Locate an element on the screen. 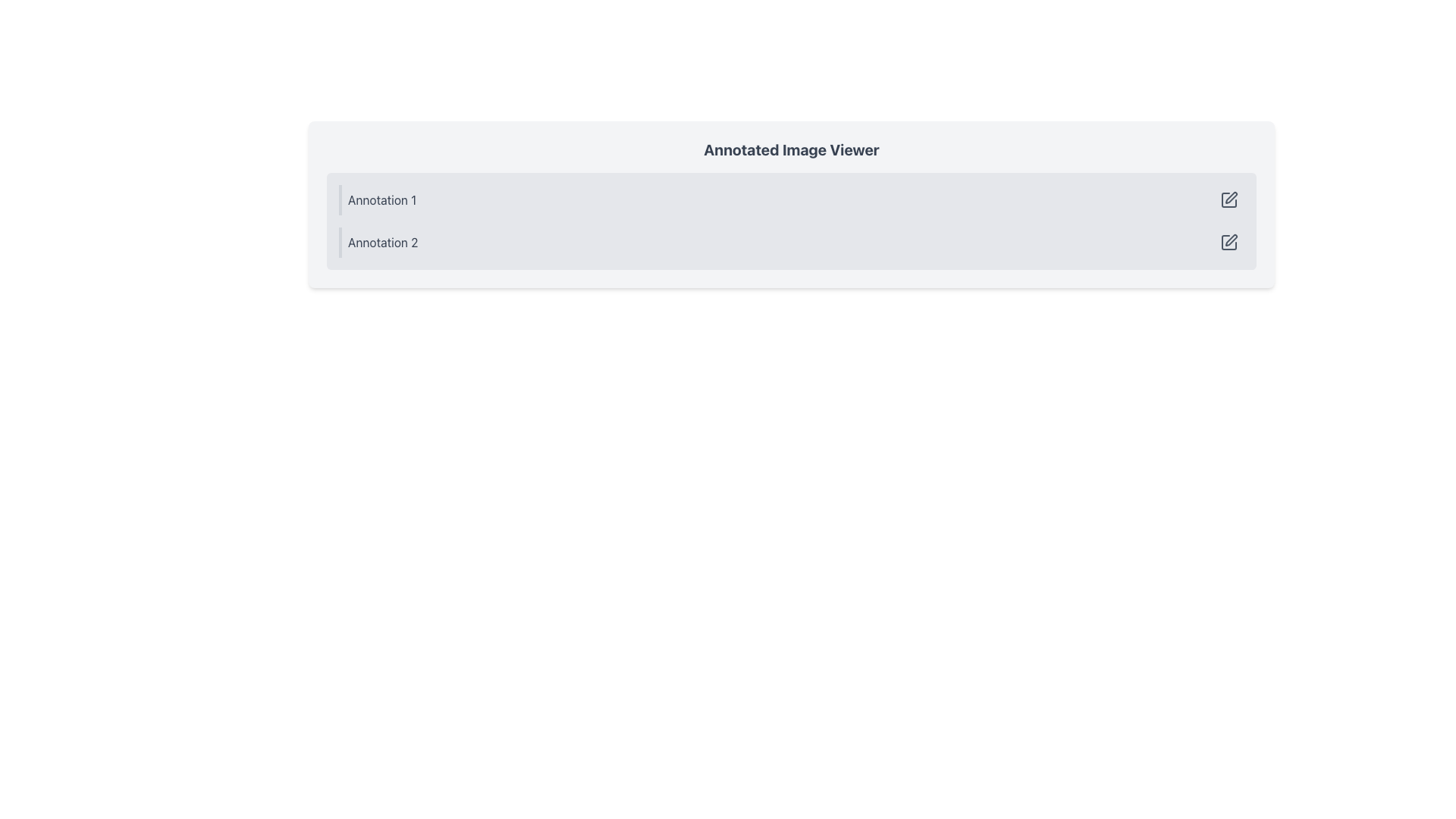  the Action Icon, which is a gray pen-shaped icon located to the right of the label 'Annotation 1' is located at coordinates (1229, 199).